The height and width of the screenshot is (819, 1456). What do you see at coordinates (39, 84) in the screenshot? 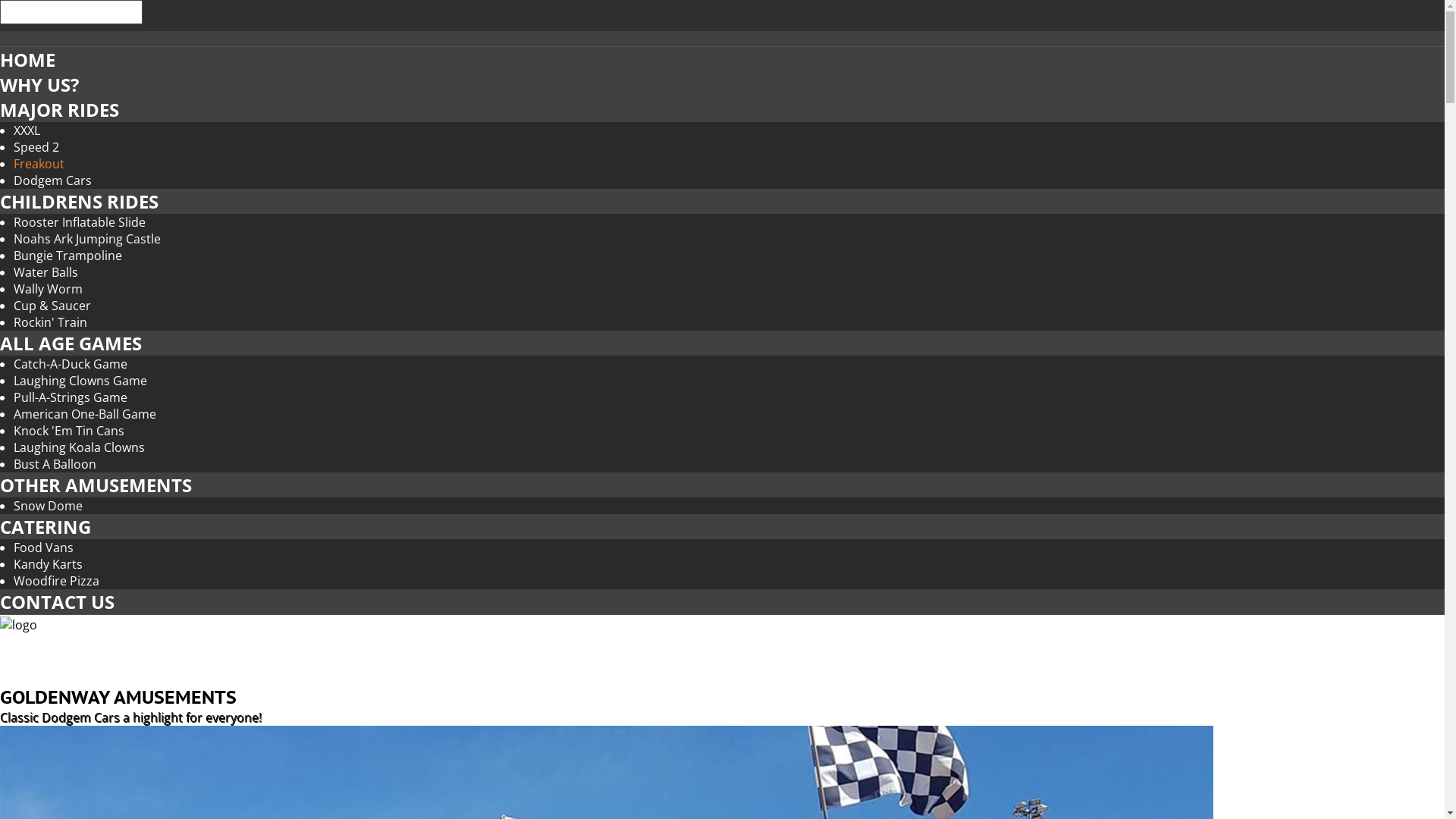
I see `'WHY US?'` at bounding box center [39, 84].